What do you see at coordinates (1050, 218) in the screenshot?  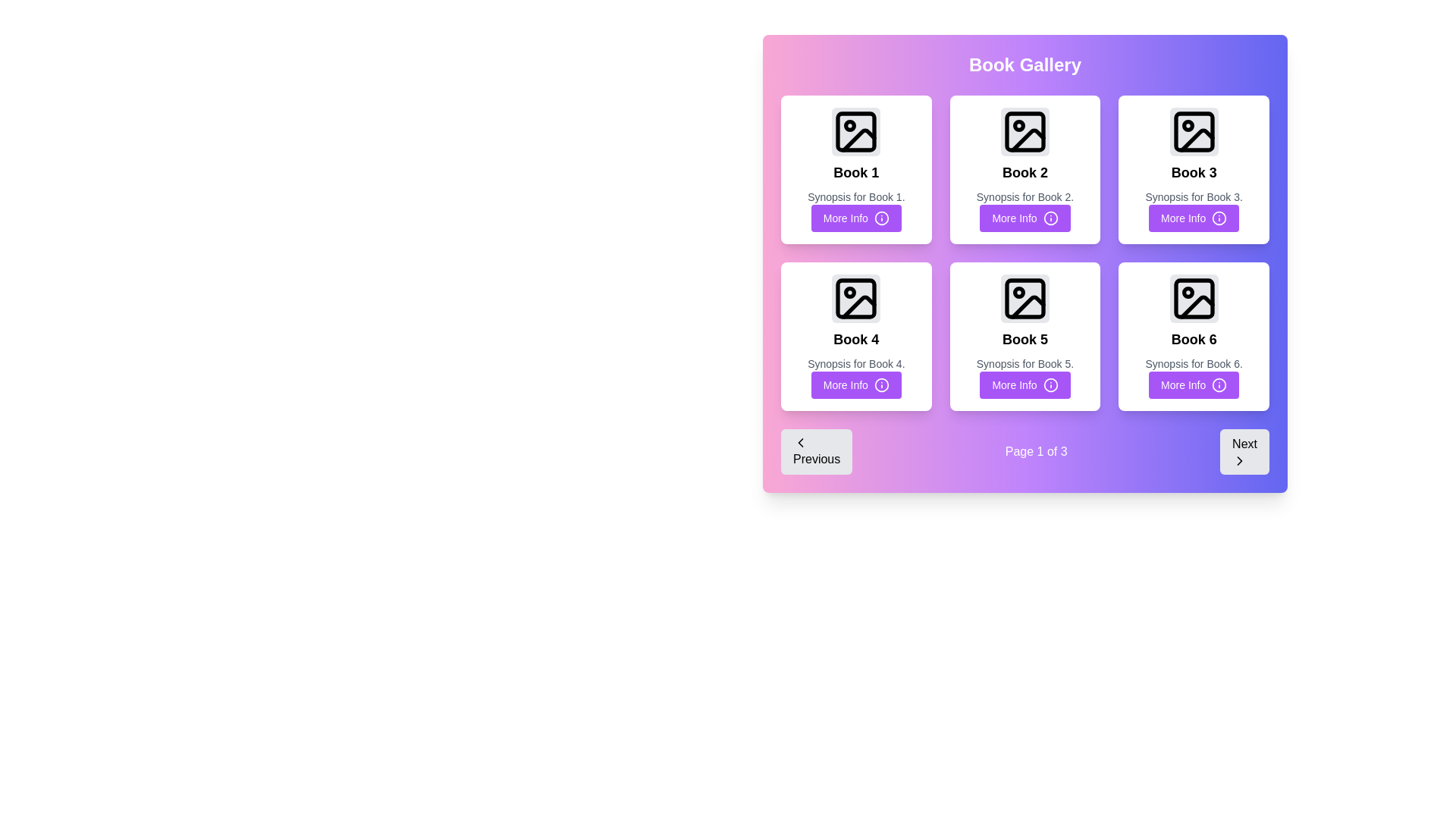 I see `circular SVG shape that is part of the info icon located adjacent to the 'More Info' button for 'Book 2' in the second column of the first row` at bounding box center [1050, 218].